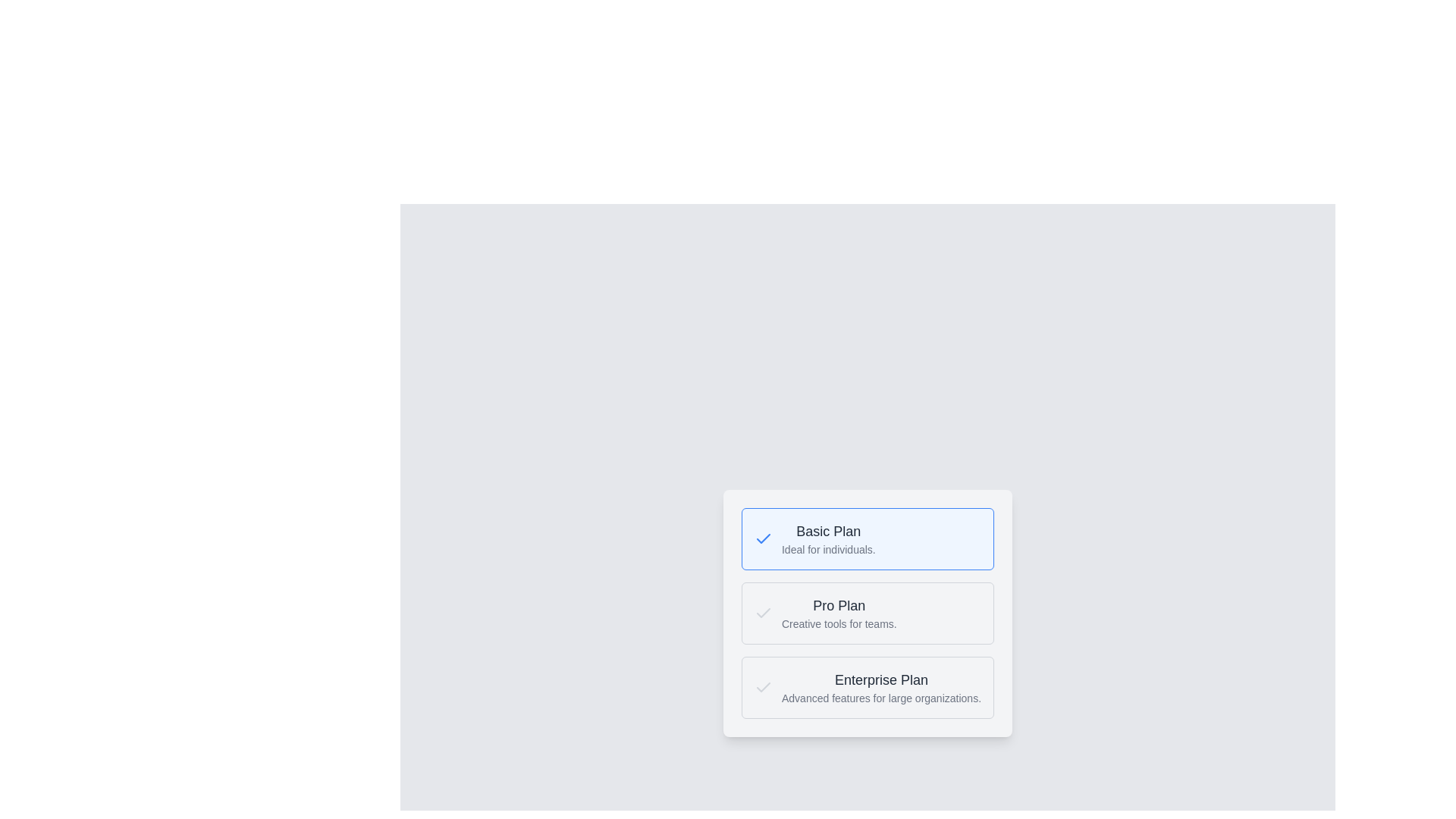  Describe the element at coordinates (881, 679) in the screenshot. I see `the text label displaying 'Enterprise Plan' in bold styling located at the center of the third option card` at that location.